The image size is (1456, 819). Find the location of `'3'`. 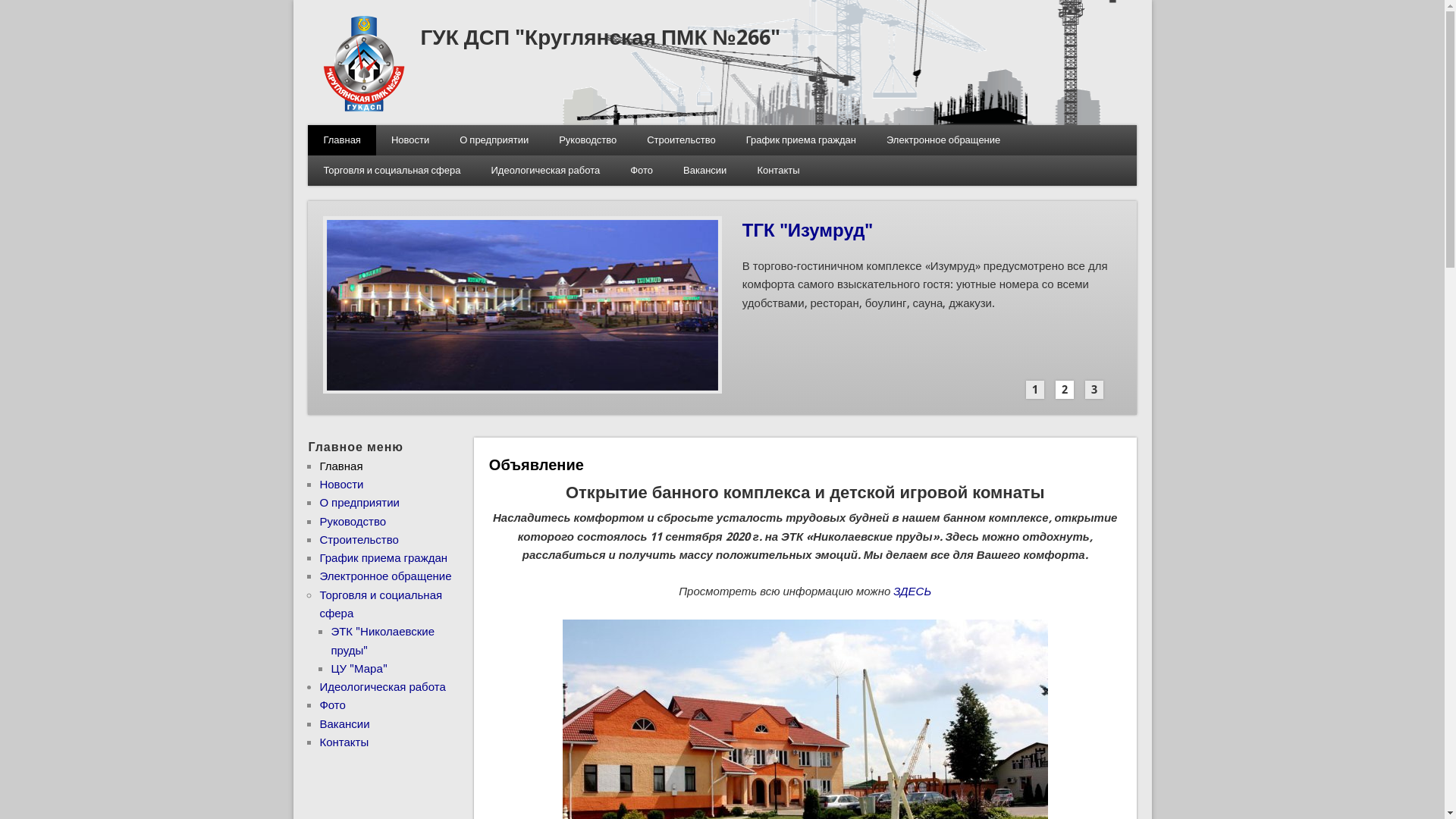

'3' is located at coordinates (1094, 388).